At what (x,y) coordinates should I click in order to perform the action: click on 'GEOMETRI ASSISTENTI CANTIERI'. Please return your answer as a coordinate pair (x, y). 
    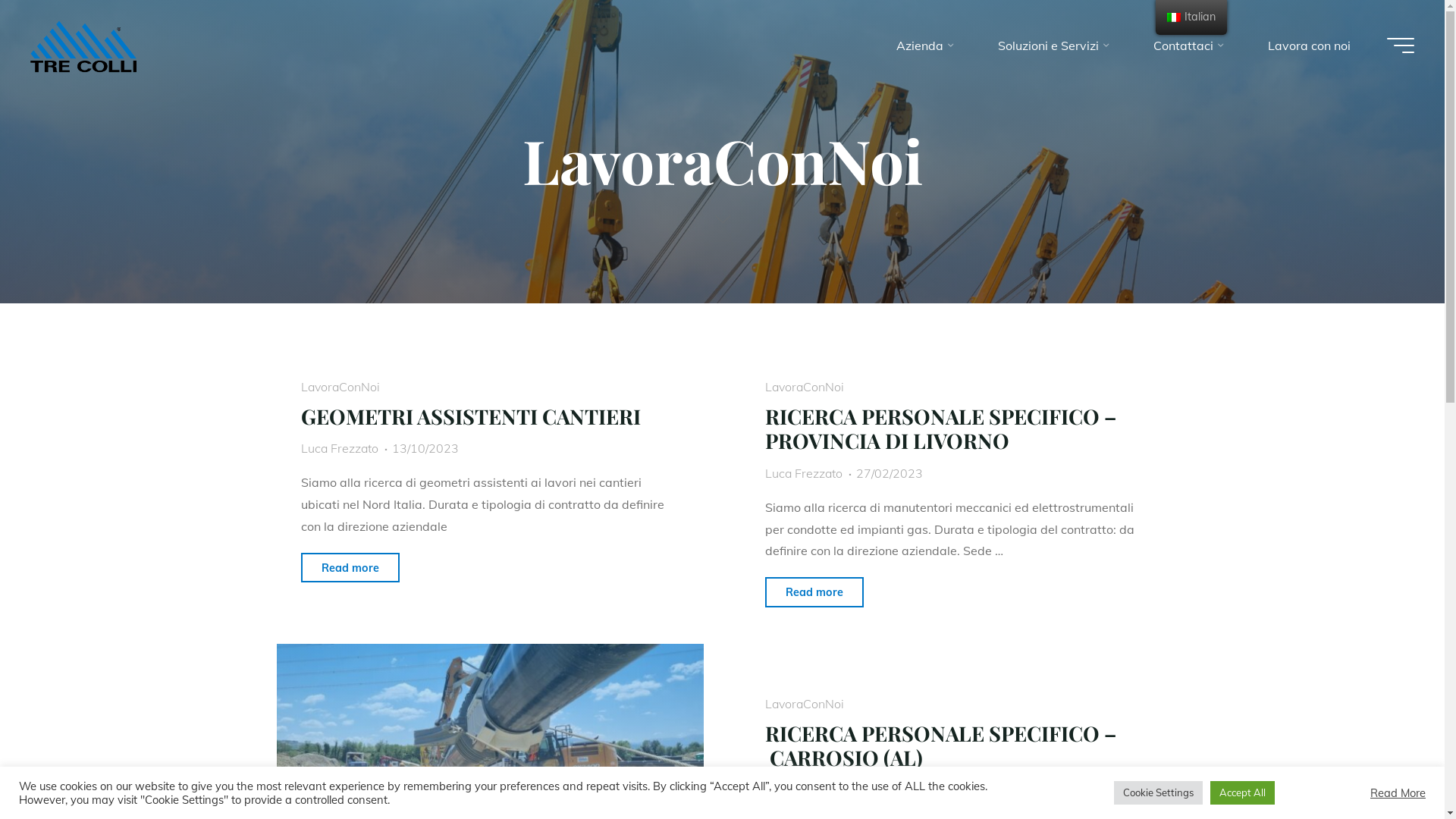
    Looking at the image, I should click on (469, 416).